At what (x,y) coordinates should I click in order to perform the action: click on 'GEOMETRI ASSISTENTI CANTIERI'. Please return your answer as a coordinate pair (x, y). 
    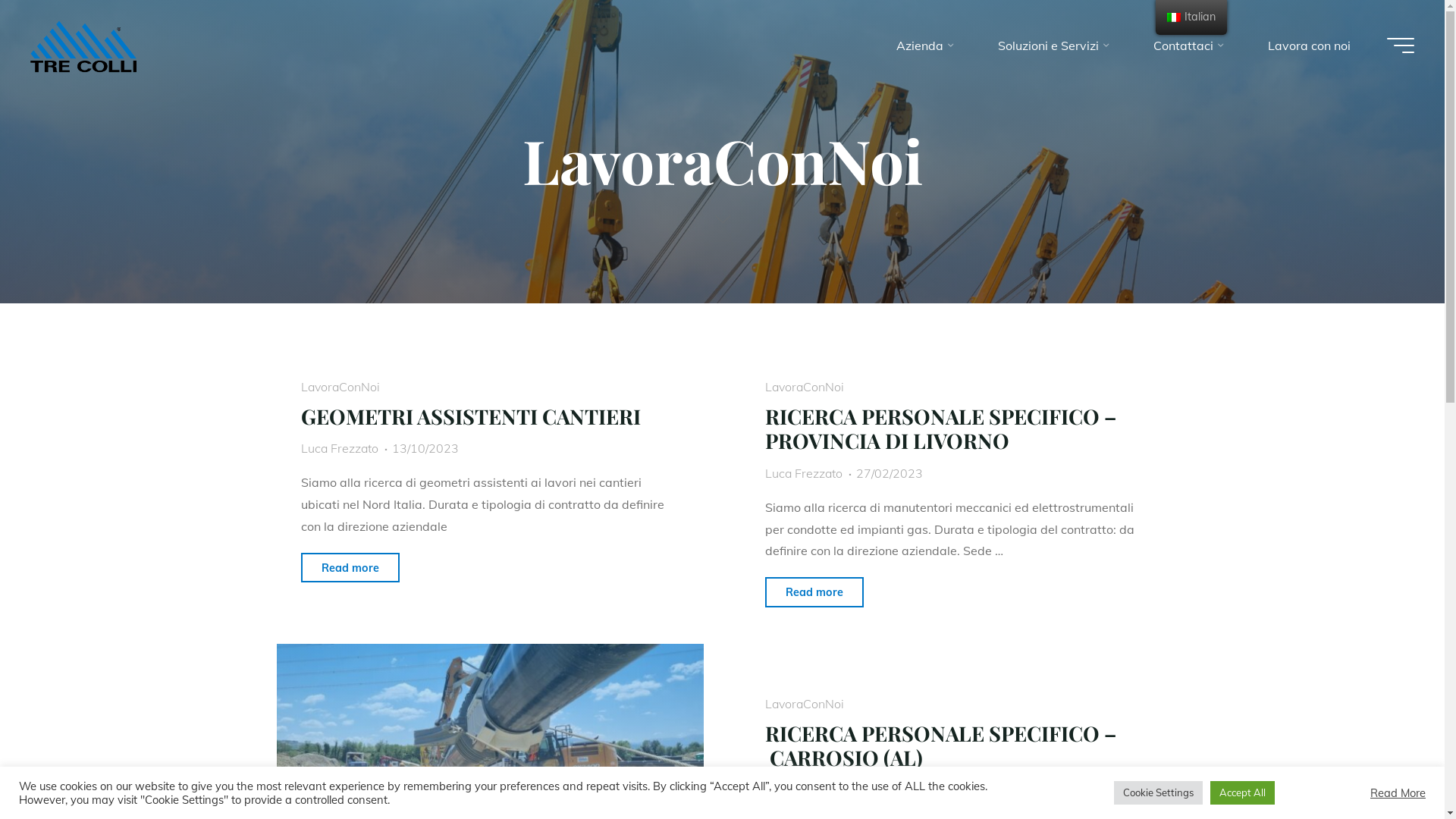
    Looking at the image, I should click on (469, 416).